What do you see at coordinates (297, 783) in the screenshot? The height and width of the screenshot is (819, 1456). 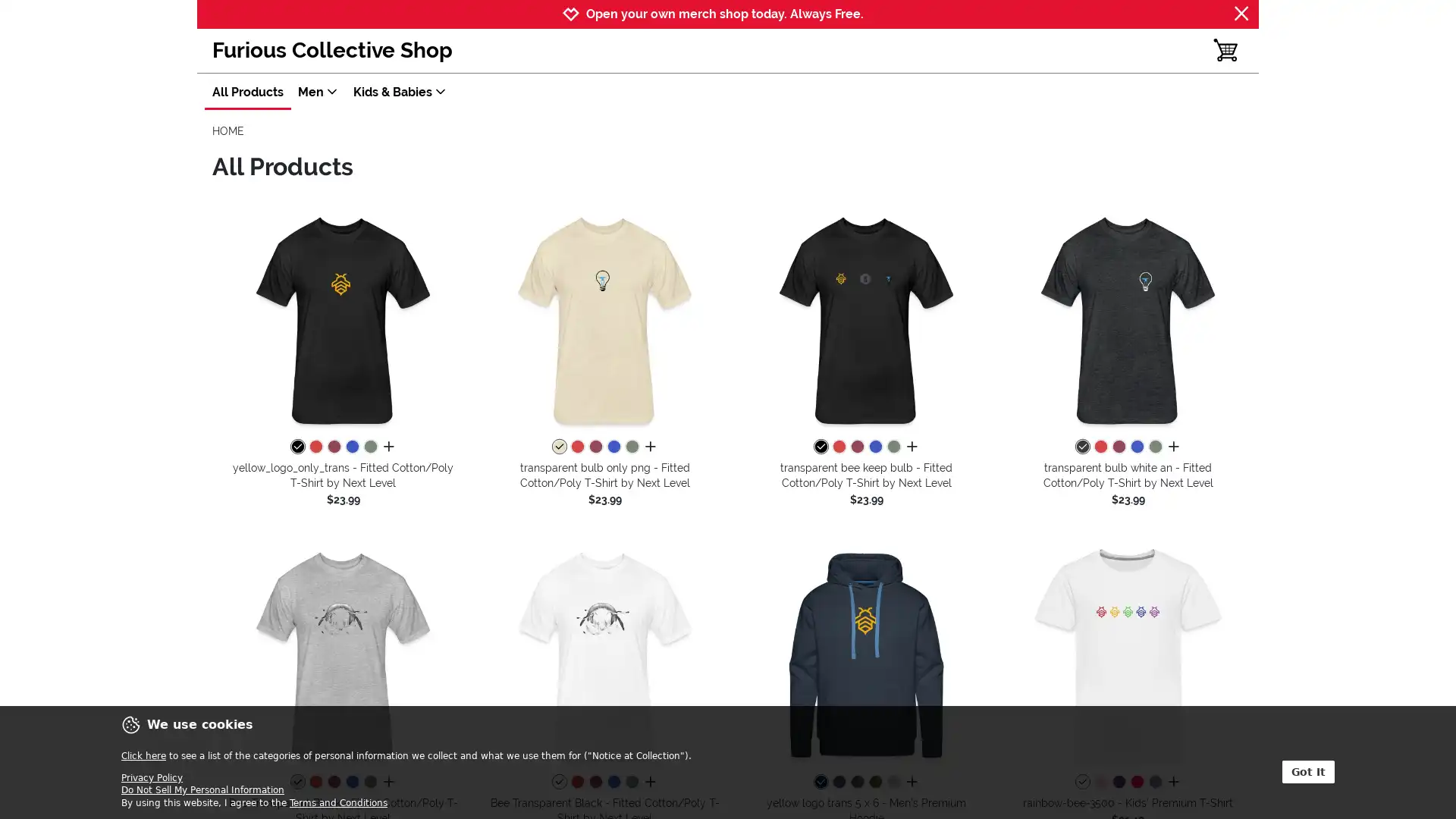 I see `heather gray` at bounding box center [297, 783].